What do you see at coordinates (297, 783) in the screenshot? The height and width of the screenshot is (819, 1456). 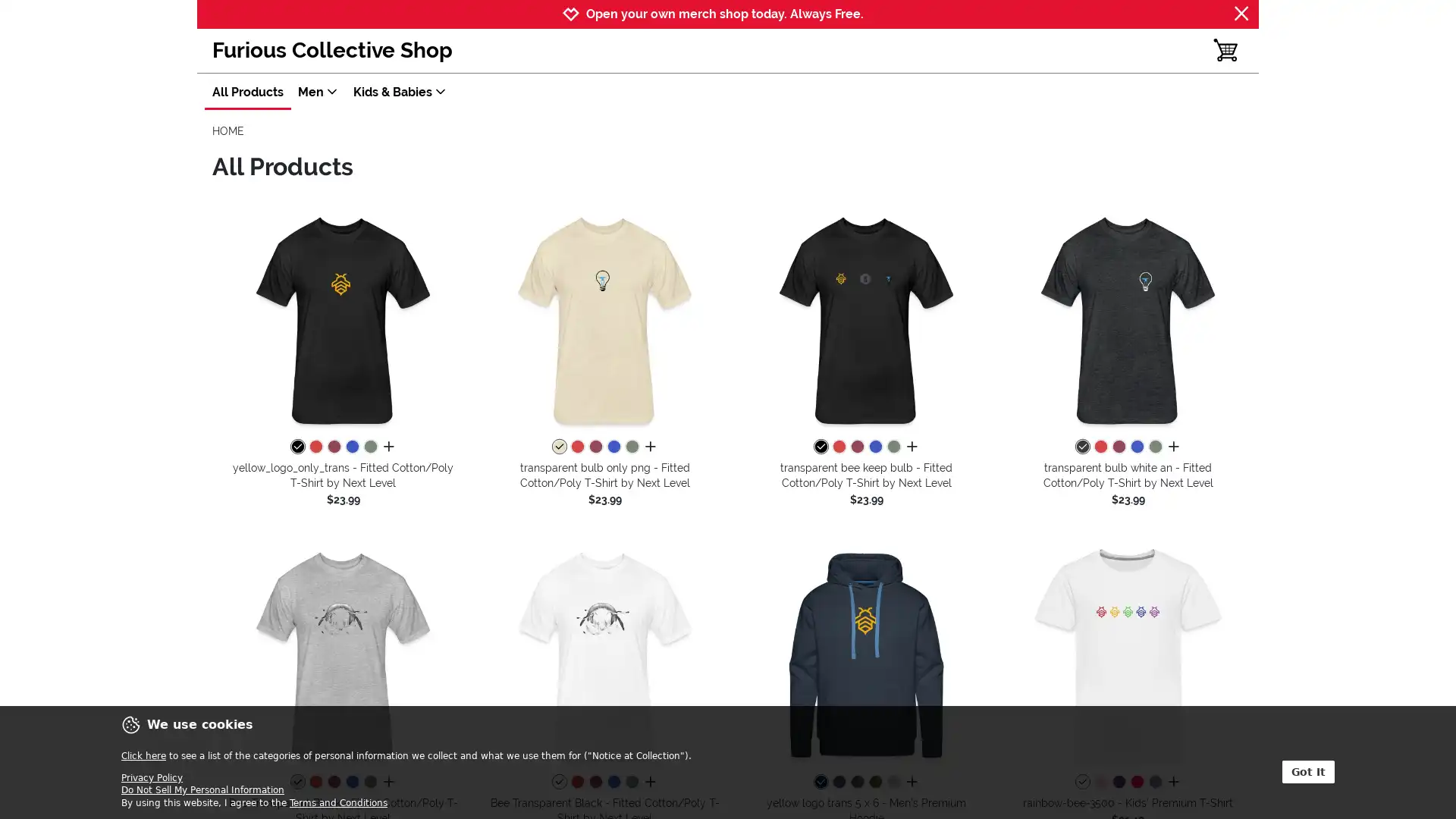 I see `heather gray` at bounding box center [297, 783].